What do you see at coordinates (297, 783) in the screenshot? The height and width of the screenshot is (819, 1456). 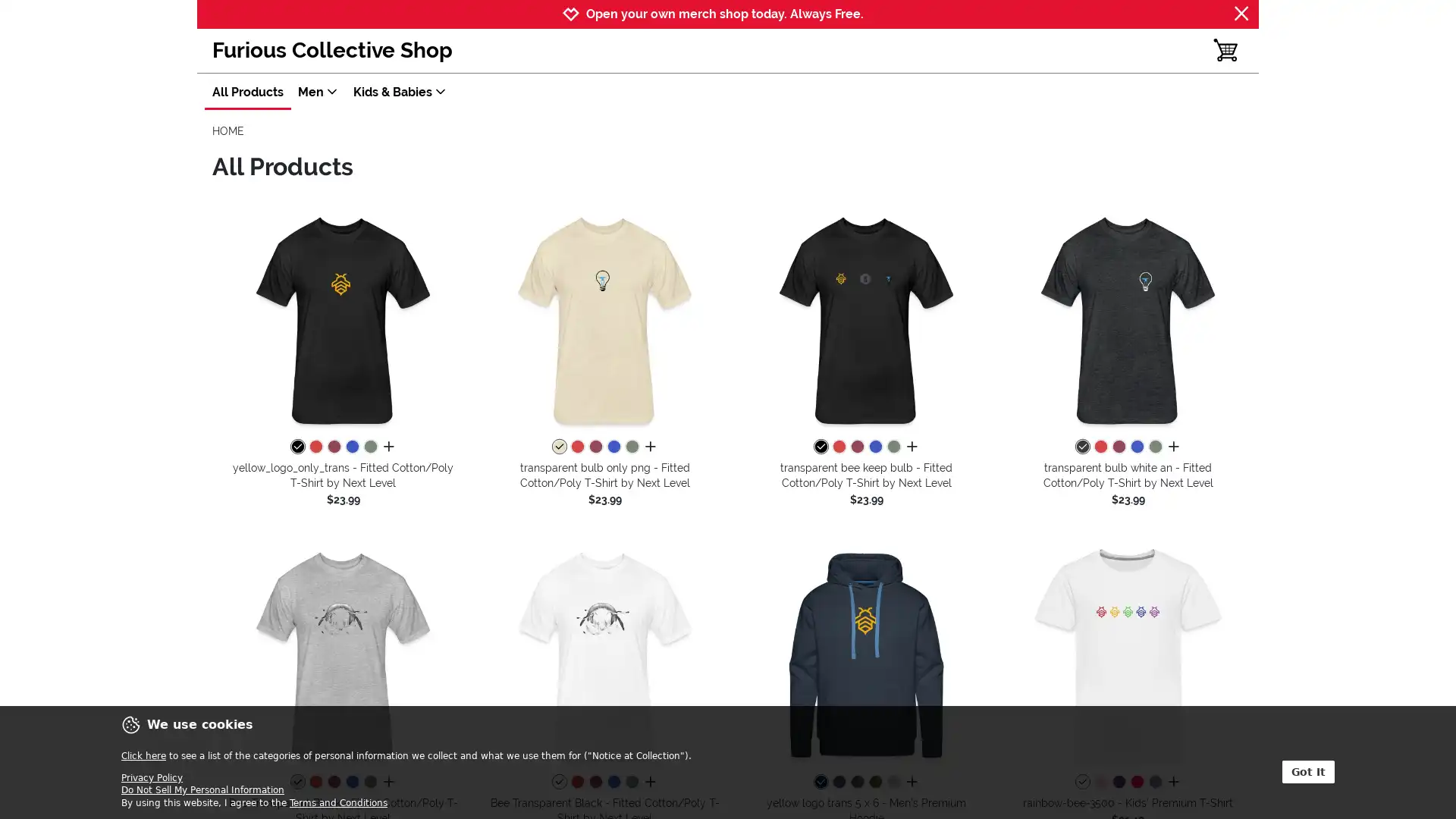 I see `heather gray` at bounding box center [297, 783].